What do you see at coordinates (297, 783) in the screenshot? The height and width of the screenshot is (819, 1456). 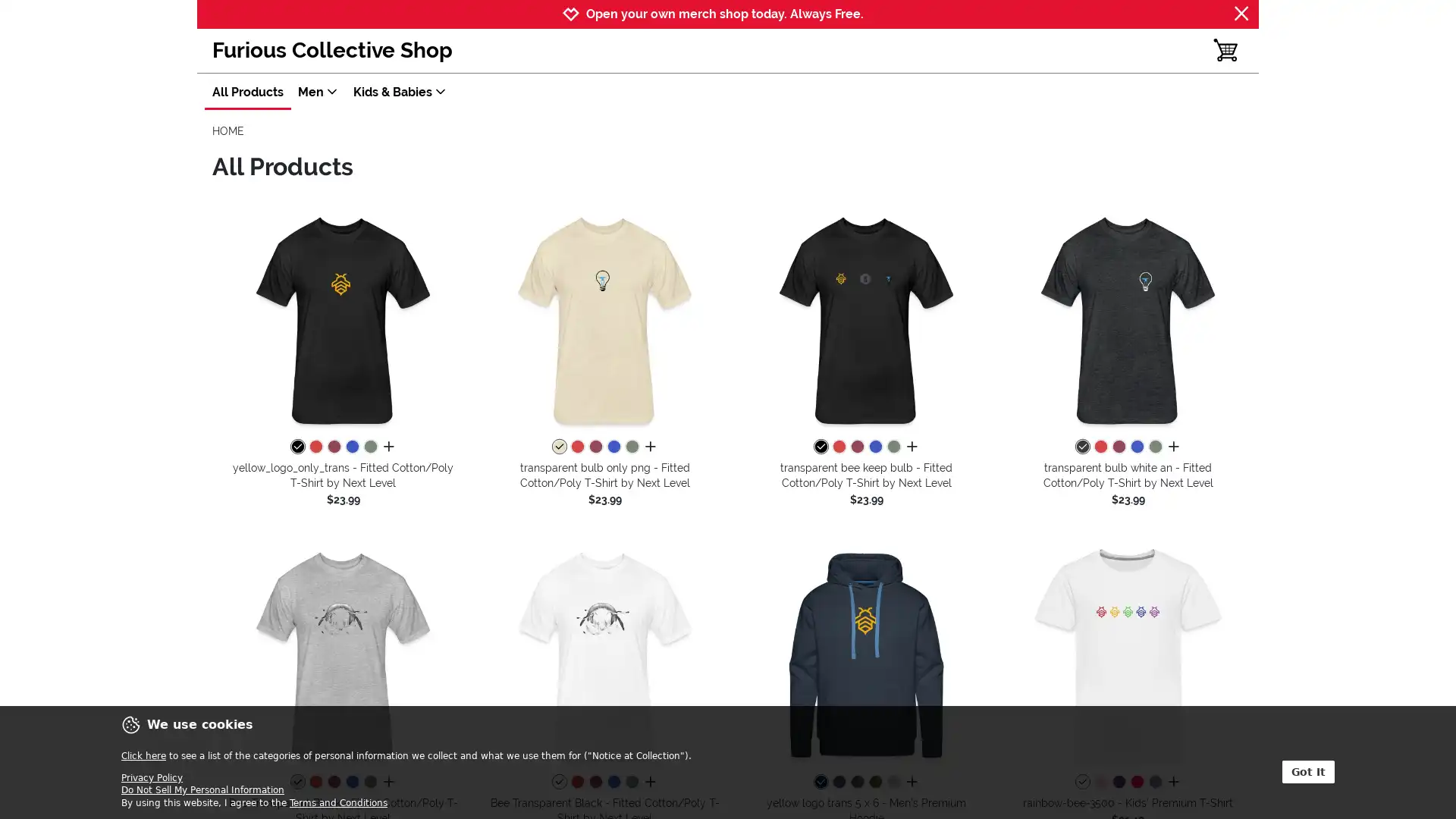 I see `heather gray` at bounding box center [297, 783].